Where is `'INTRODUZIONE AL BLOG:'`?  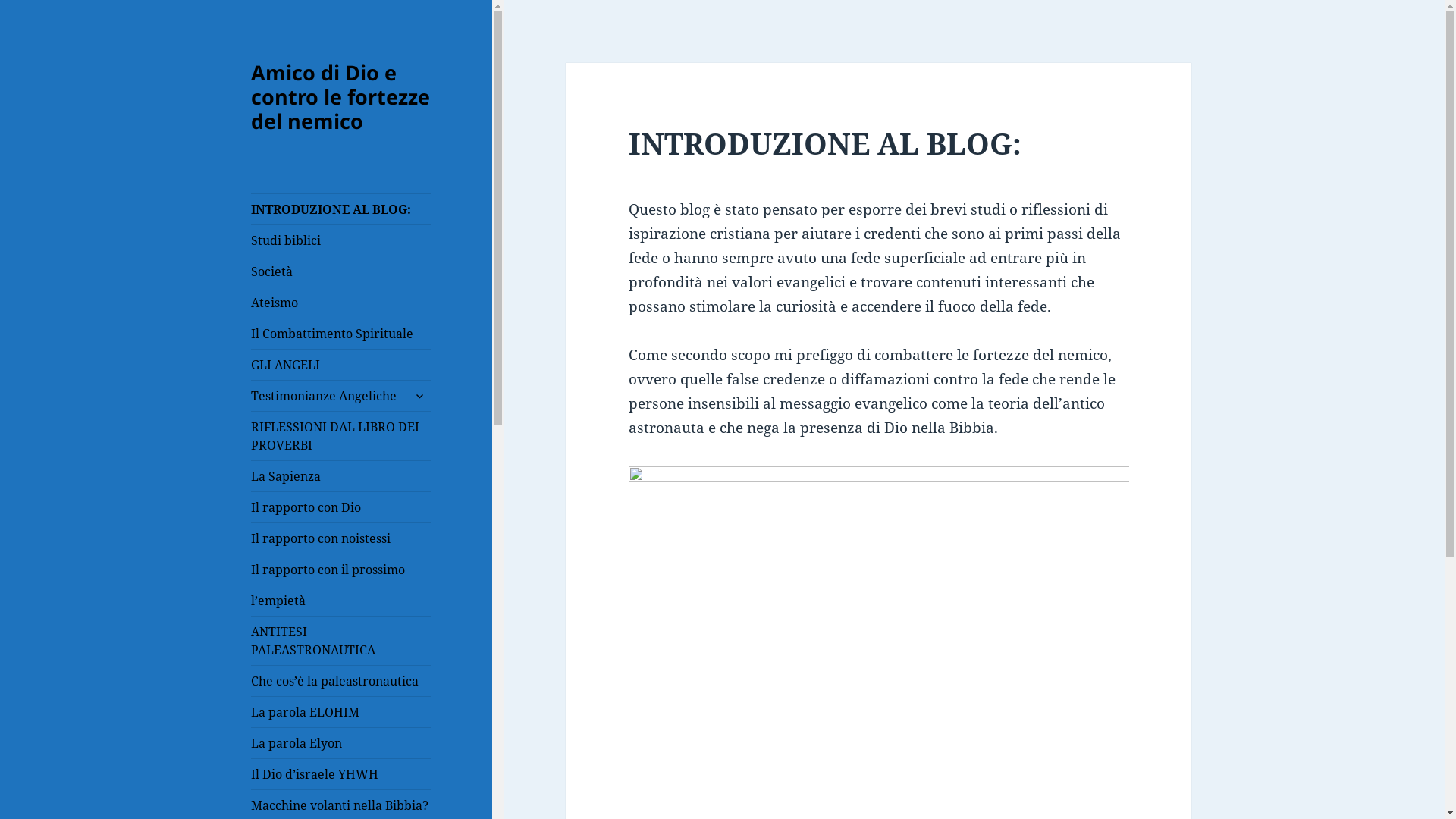 'INTRODUZIONE AL BLOG:' is located at coordinates (340, 209).